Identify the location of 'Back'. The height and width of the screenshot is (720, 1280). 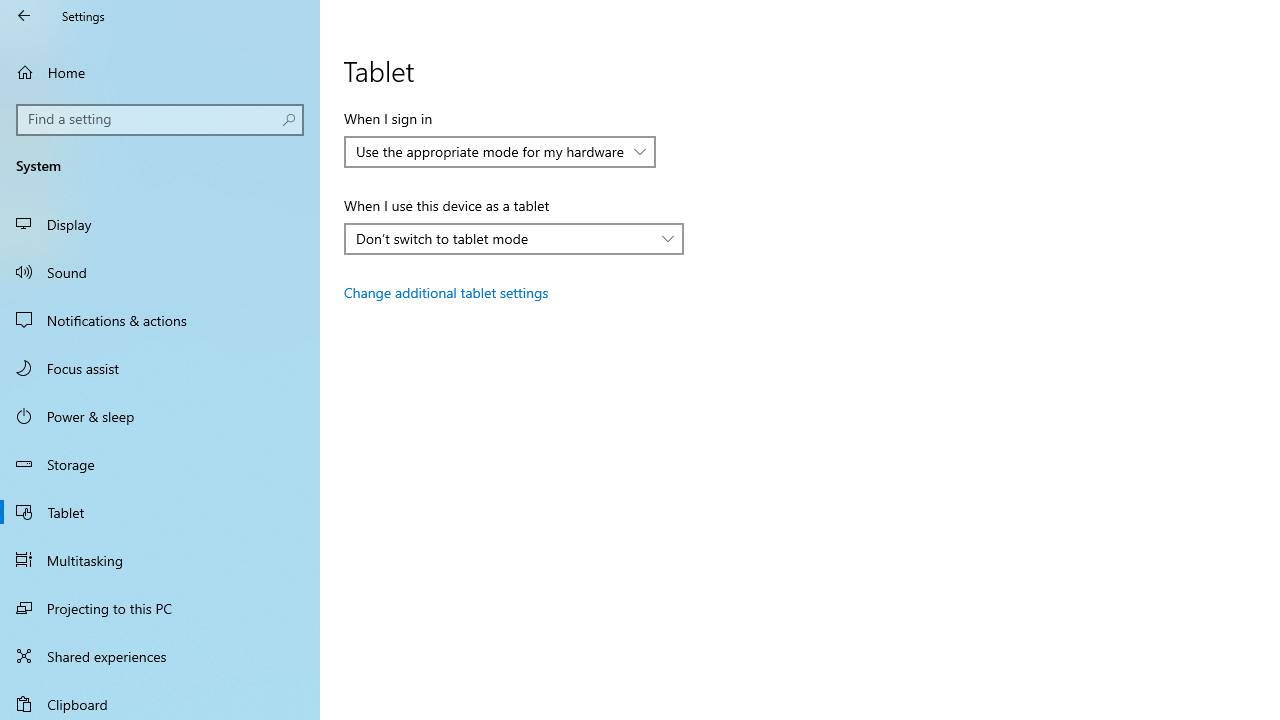
(24, 15).